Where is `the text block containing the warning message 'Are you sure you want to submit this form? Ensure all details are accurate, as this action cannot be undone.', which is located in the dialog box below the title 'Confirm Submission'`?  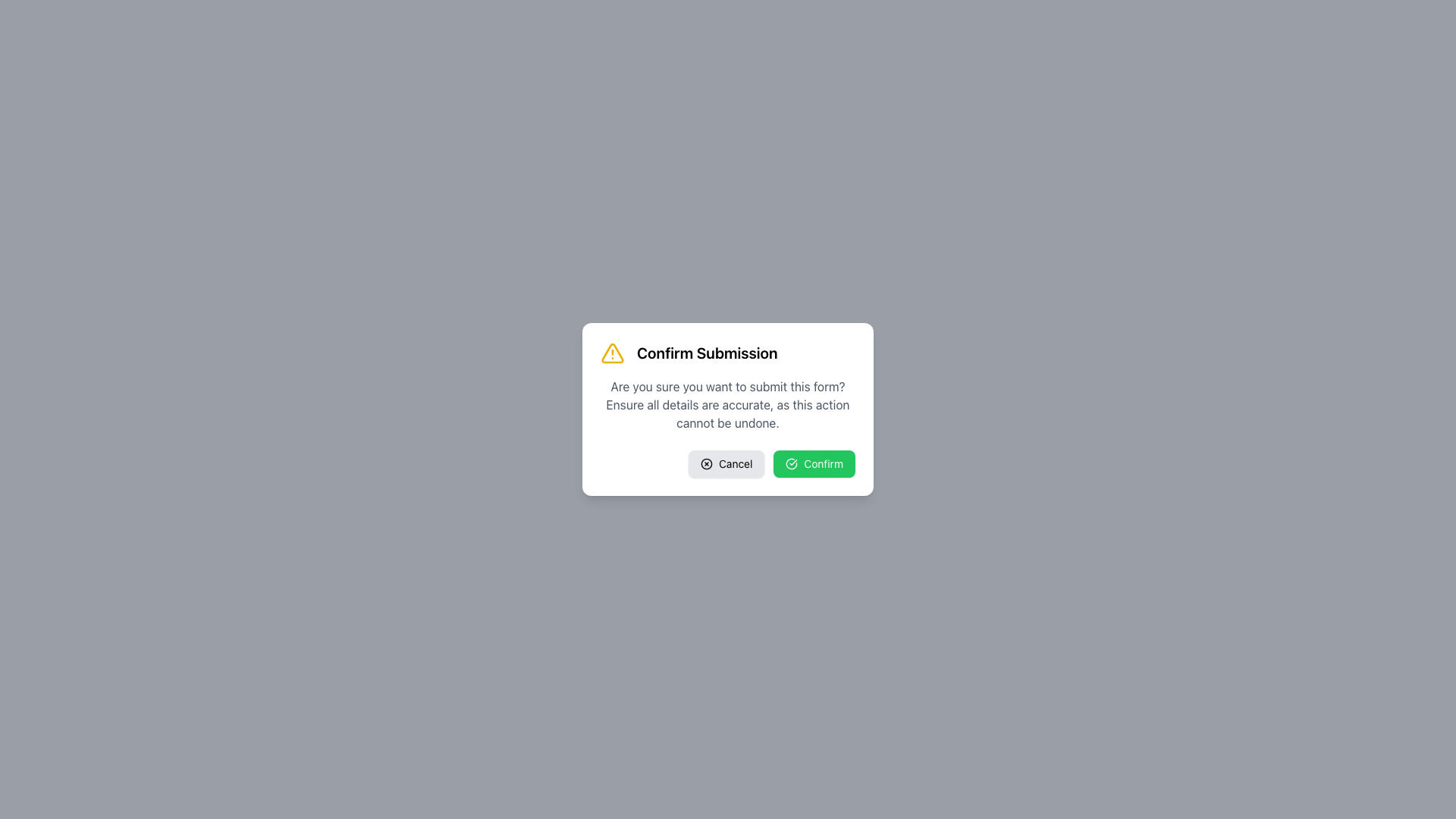 the text block containing the warning message 'Are you sure you want to submit this form? Ensure all details are accurate, as this action cannot be undone.', which is located in the dialog box below the title 'Confirm Submission' is located at coordinates (728, 403).